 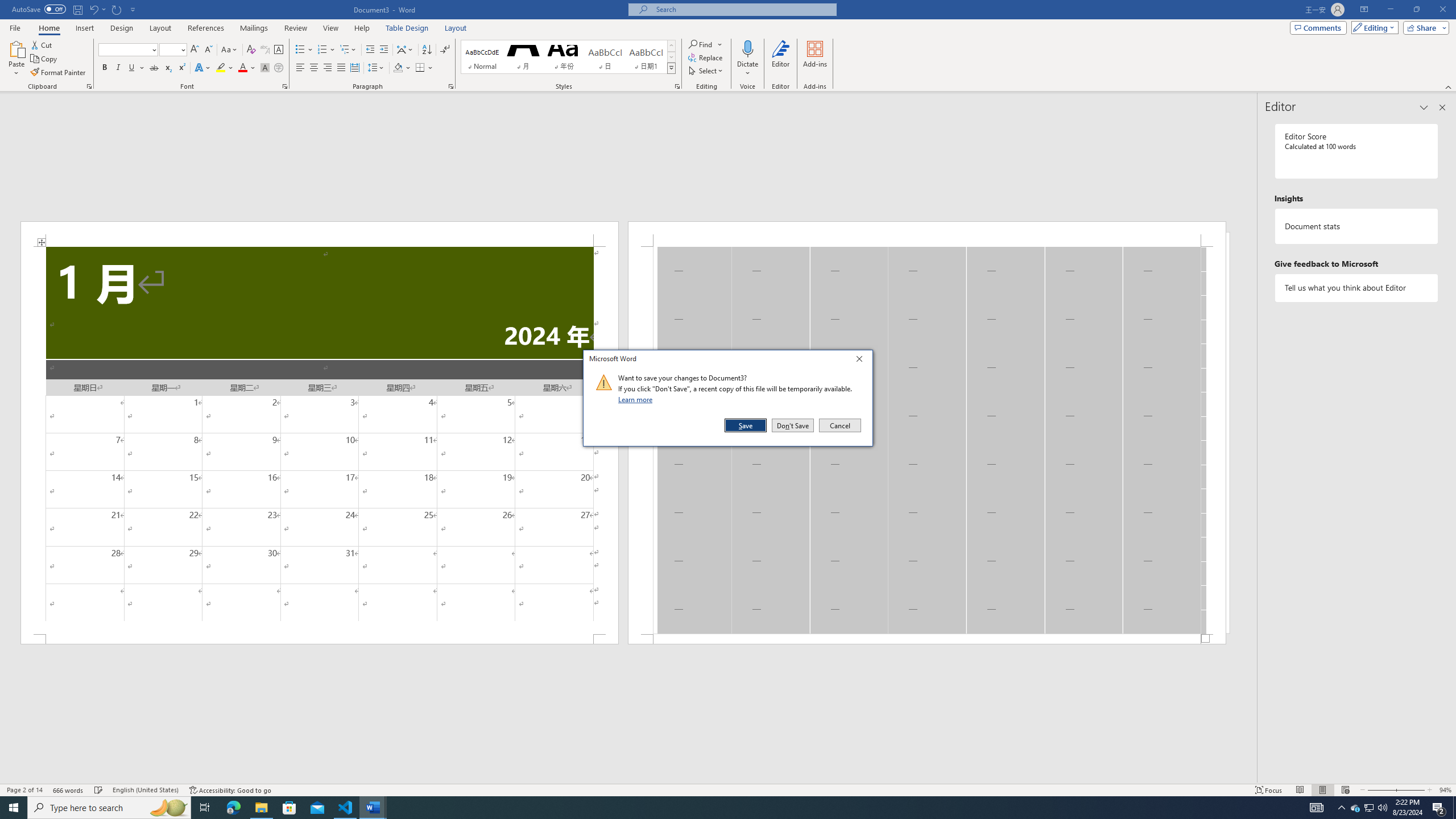 I want to click on 'Search highlights icon opens search home window', so click(x=167, y=806).